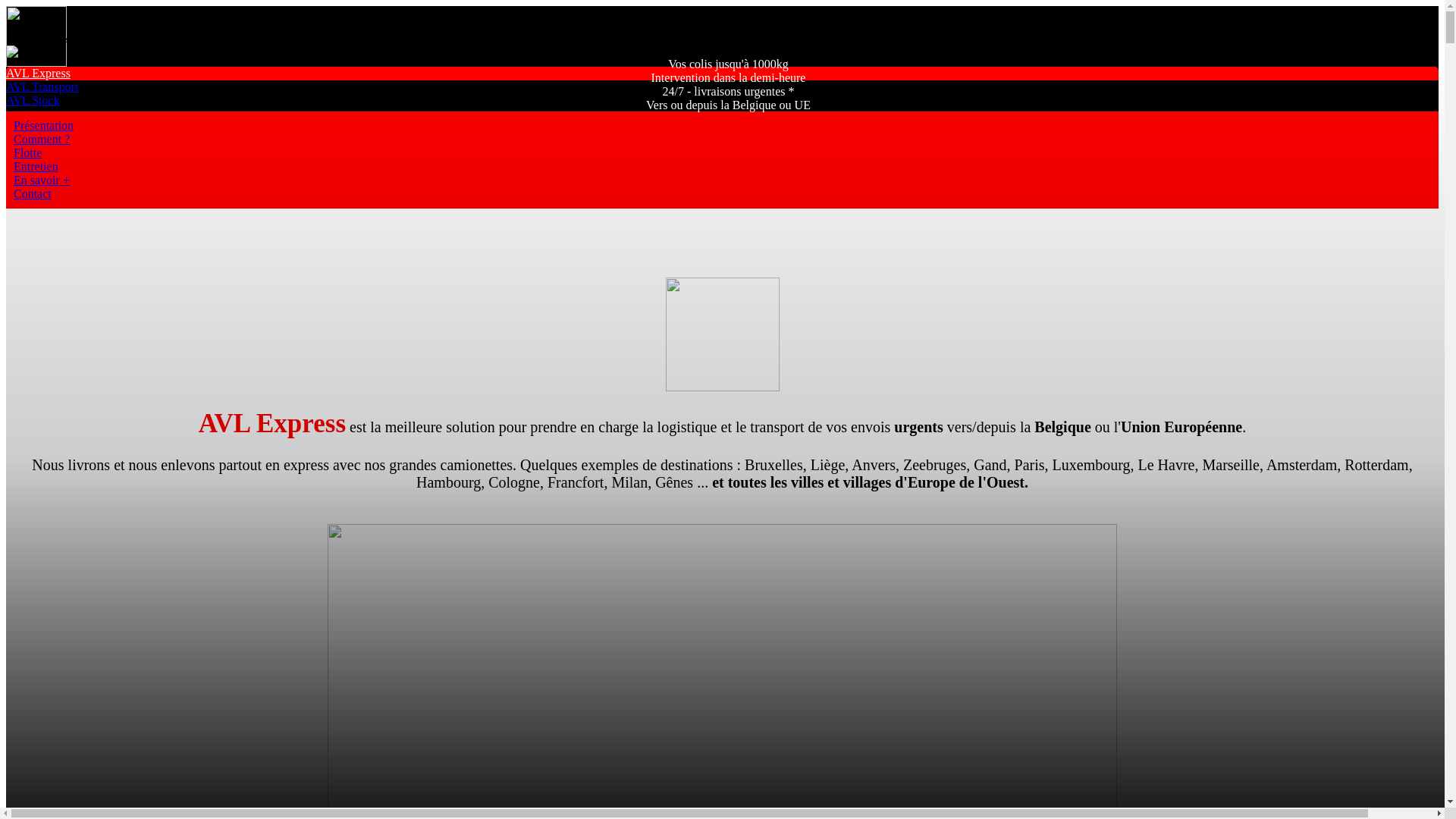  Describe the element at coordinates (41, 179) in the screenshot. I see `'En savoir +'` at that location.